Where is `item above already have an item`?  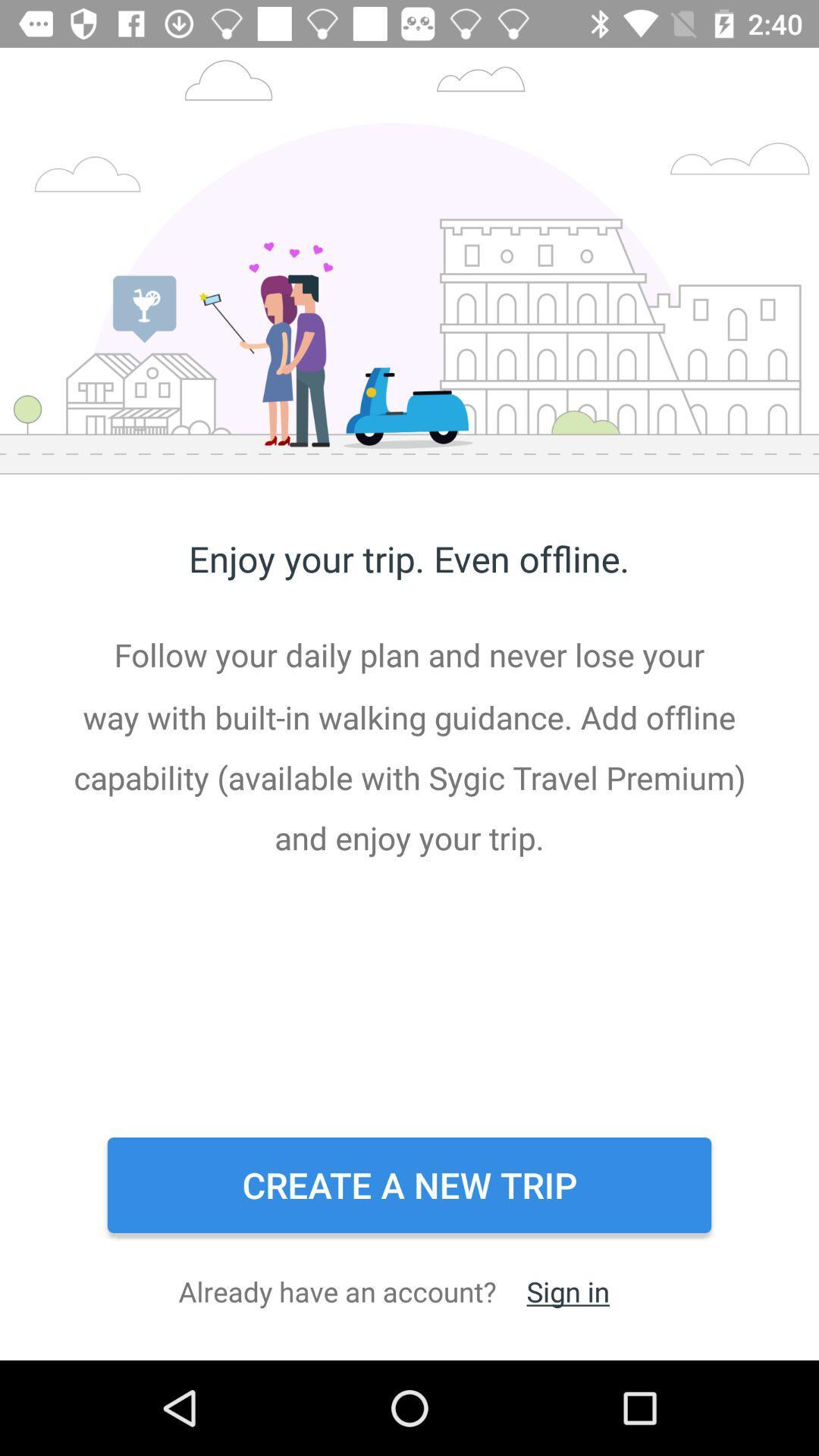
item above already have an item is located at coordinates (409, 1185).